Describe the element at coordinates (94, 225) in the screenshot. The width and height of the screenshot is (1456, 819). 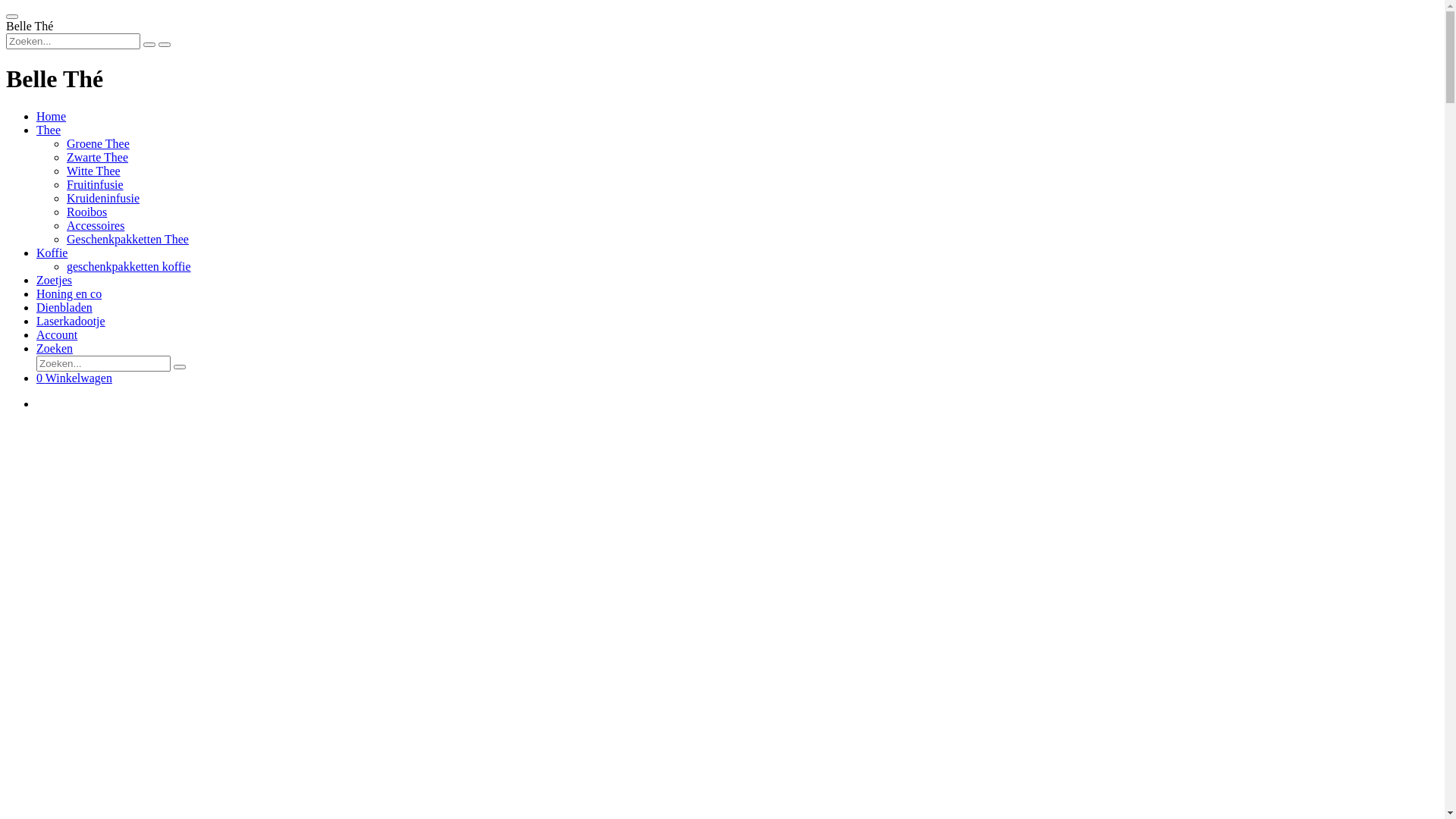
I see `'Accessoires'` at that location.